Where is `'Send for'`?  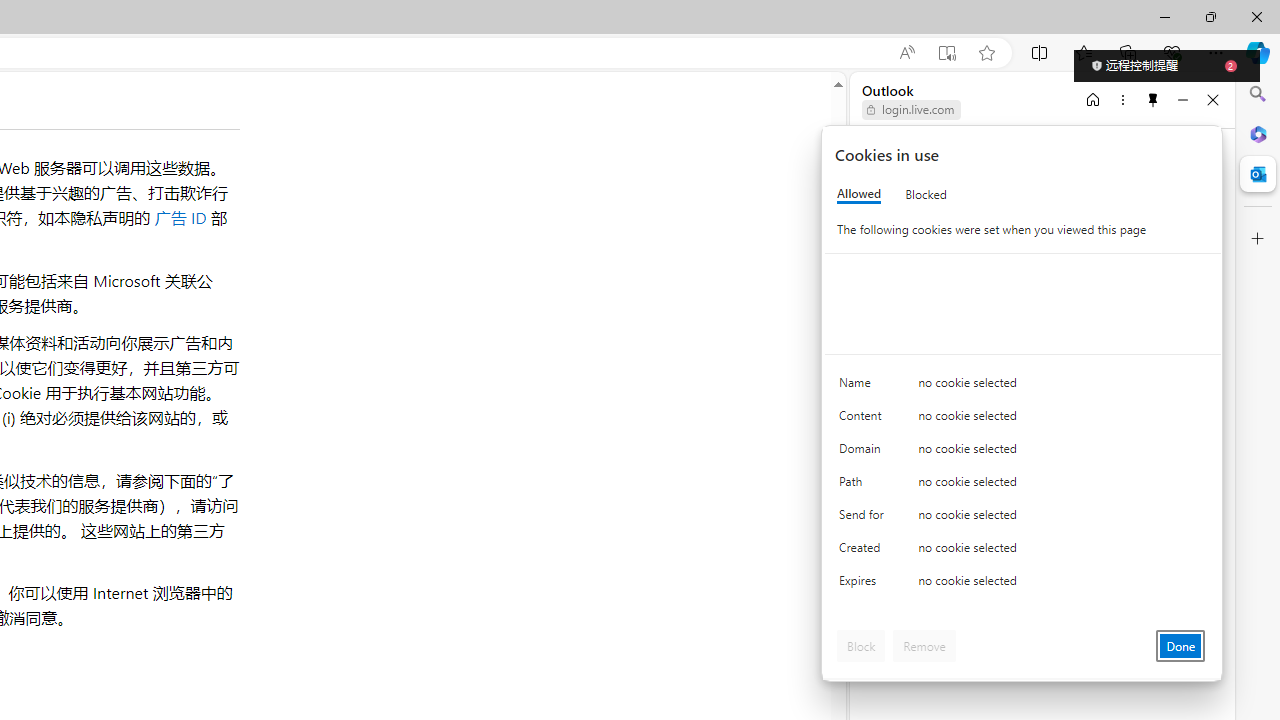 'Send for' is located at coordinates (865, 518).